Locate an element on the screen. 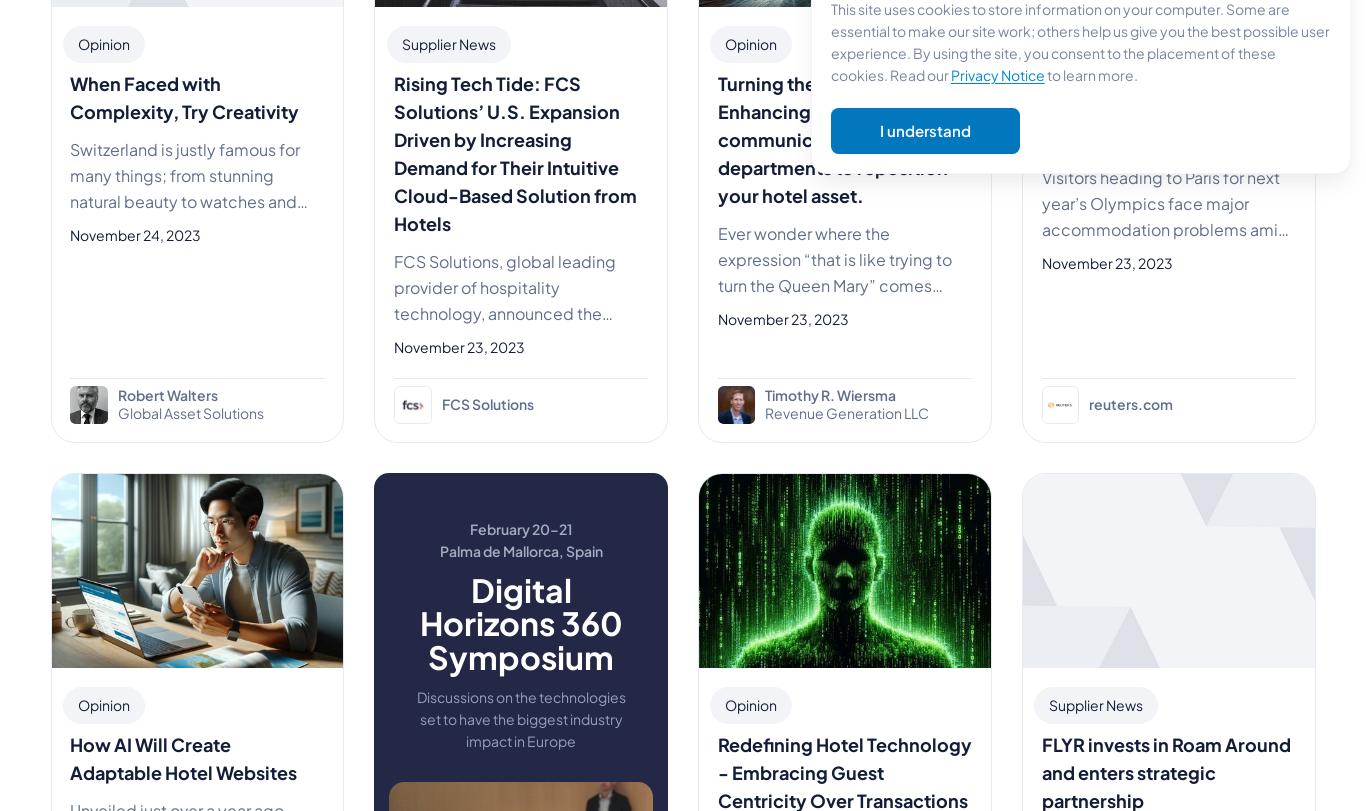 The height and width of the screenshot is (811, 1366). 'Revenue Generation LLC' is located at coordinates (846, 410).